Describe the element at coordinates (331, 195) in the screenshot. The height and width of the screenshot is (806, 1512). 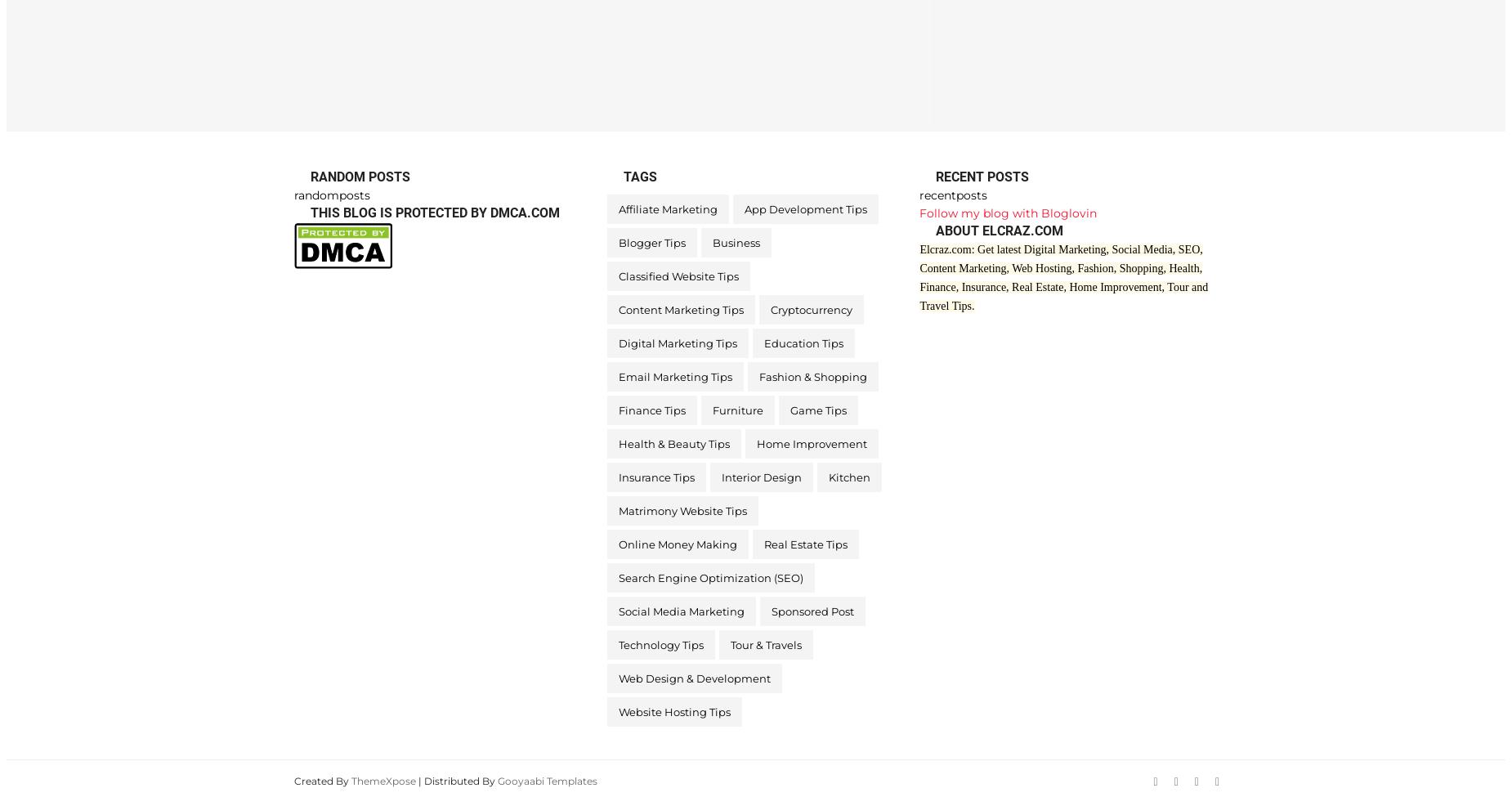
I see `'randomposts'` at that location.